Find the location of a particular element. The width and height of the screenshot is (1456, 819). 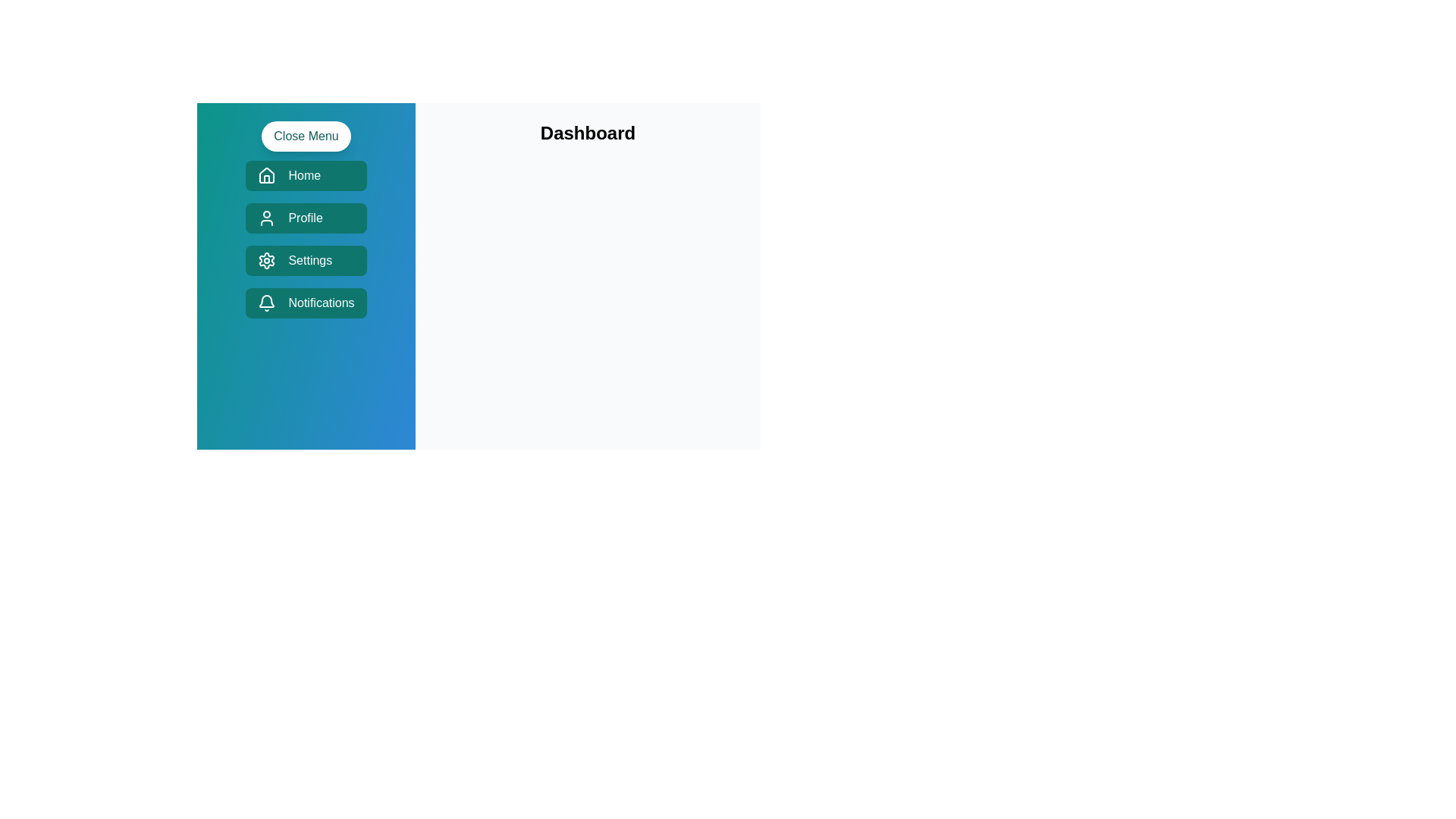

the 'Home' button is located at coordinates (305, 174).